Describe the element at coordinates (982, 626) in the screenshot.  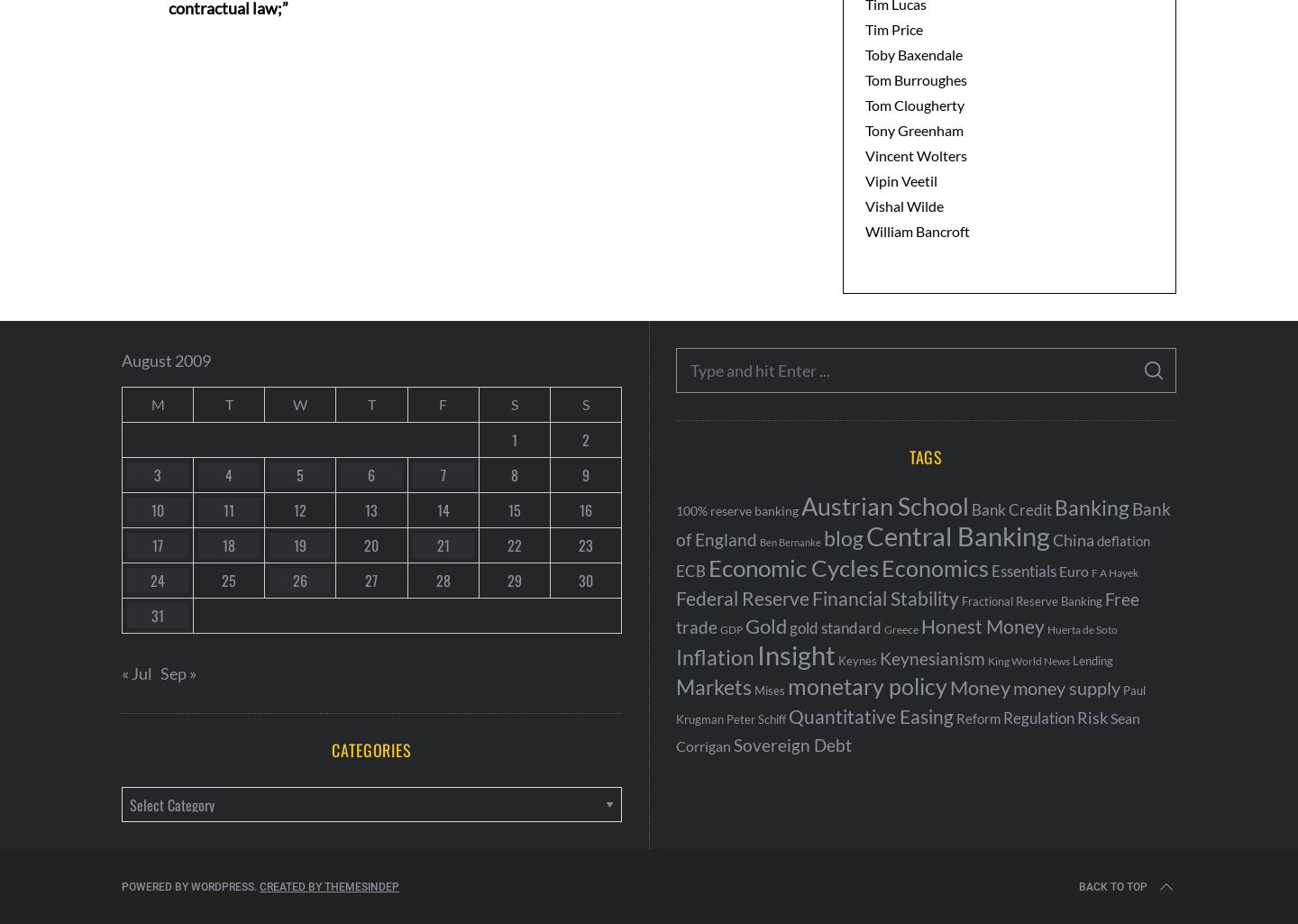
I see `'Honest Money'` at that location.